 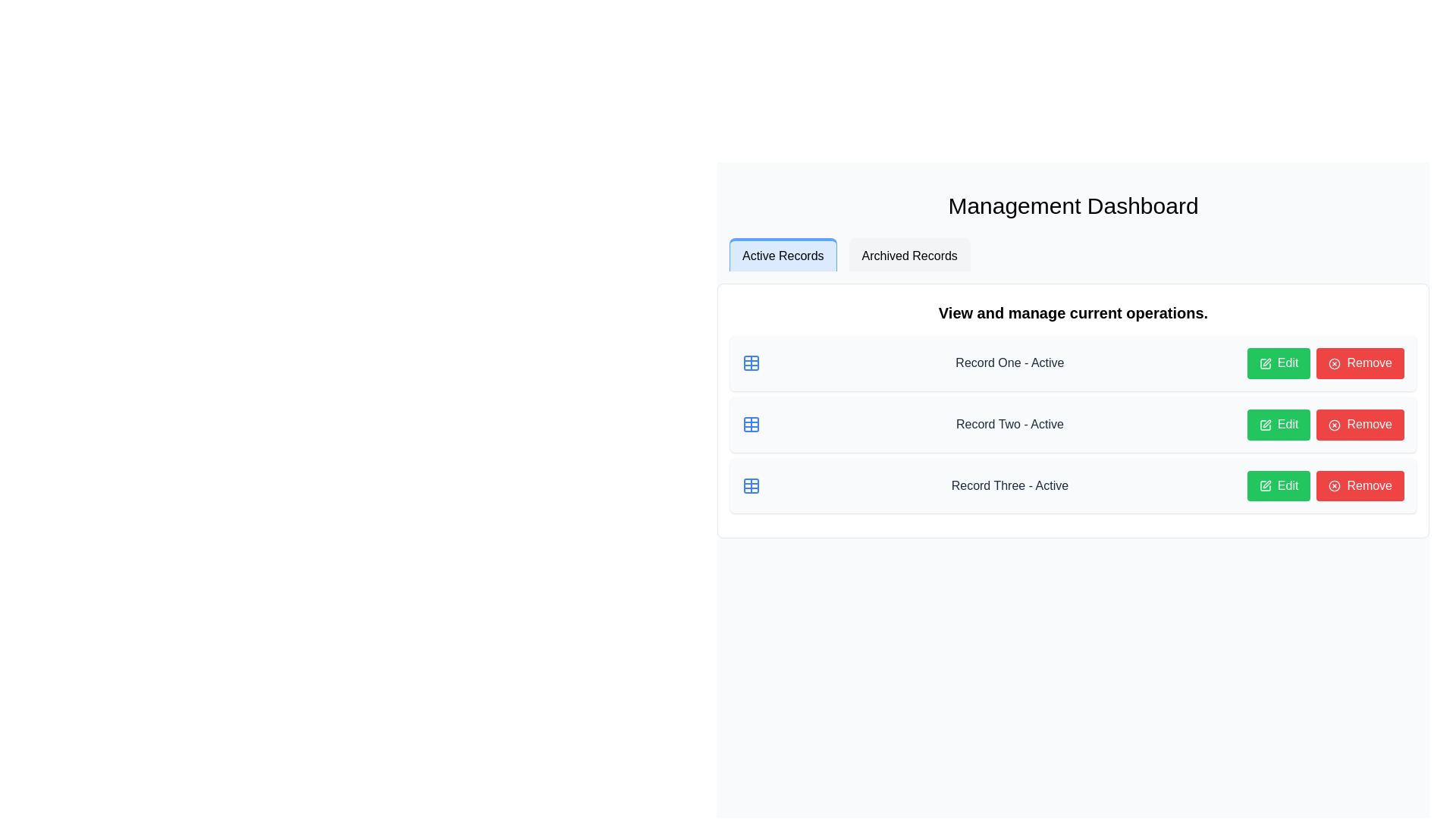 What do you see at coordinates (1335, 486) in the screenshot?
I see `the remove icon, which is a circular button with a cross in the center, located at the rightmost part of a row in the Management Dashboard table, to initiate a remove action` at bounding box center [1335, 486].